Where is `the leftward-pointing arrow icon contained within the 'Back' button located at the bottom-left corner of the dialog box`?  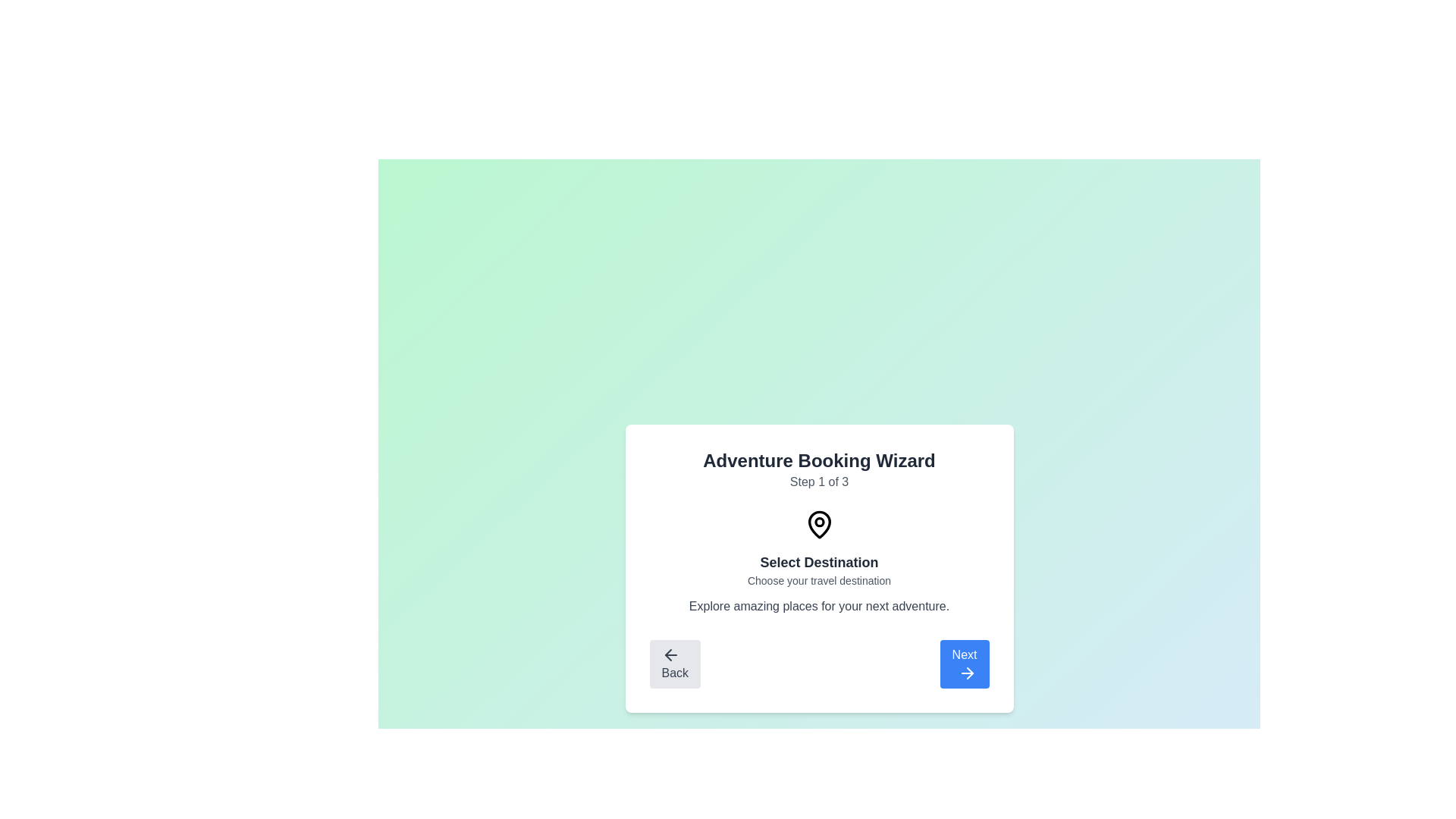
the leftward-pointing arrow icon contained within the 'Back' button located at the bottom-left corner of the dialog box is located at coordinates (667, 654).